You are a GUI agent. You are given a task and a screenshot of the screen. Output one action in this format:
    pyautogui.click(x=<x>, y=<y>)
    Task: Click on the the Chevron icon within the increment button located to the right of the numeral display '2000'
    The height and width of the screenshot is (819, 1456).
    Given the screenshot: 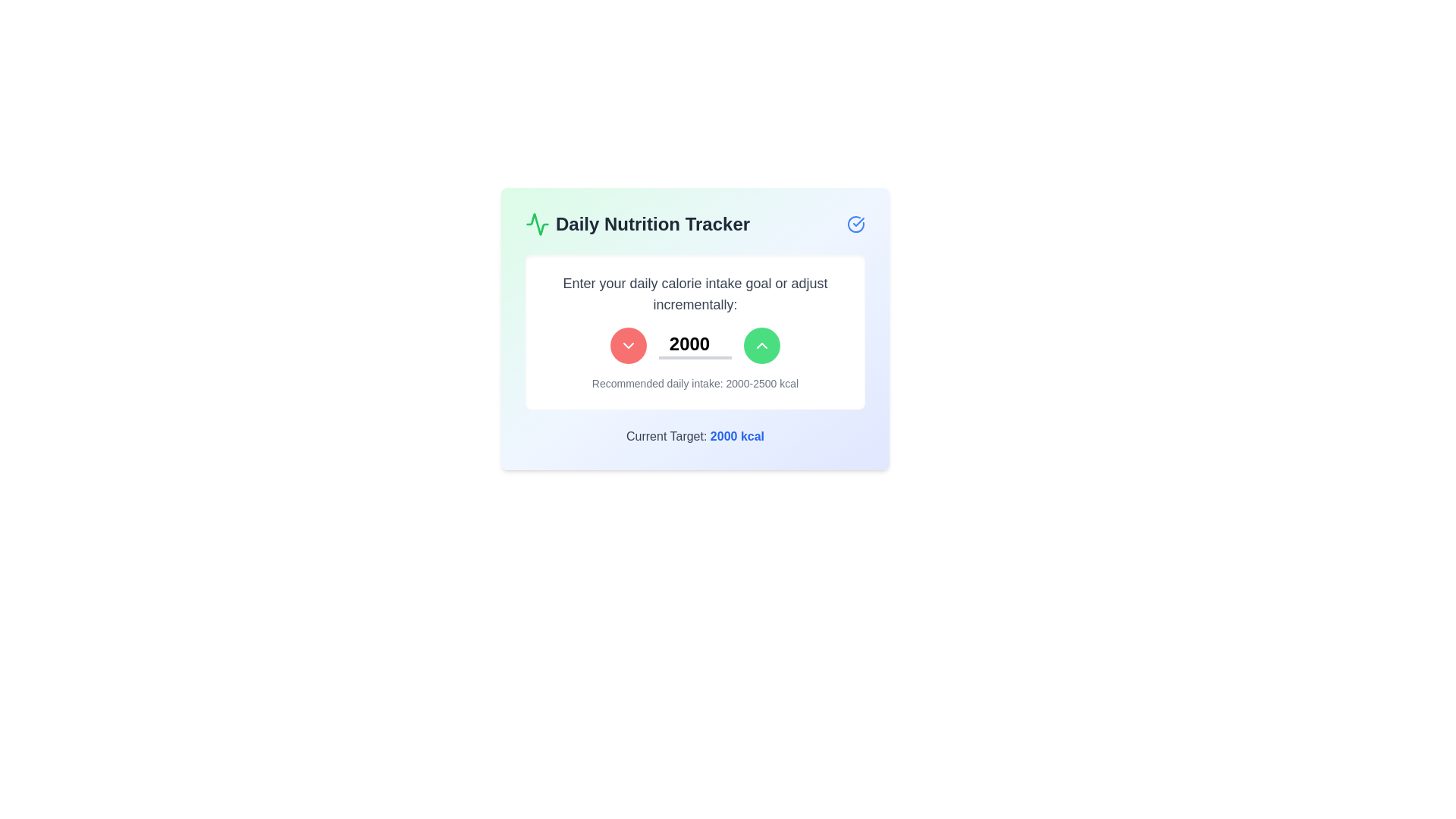 What is the action you would take?
    pyautogui.click(x=761, y=345)
    